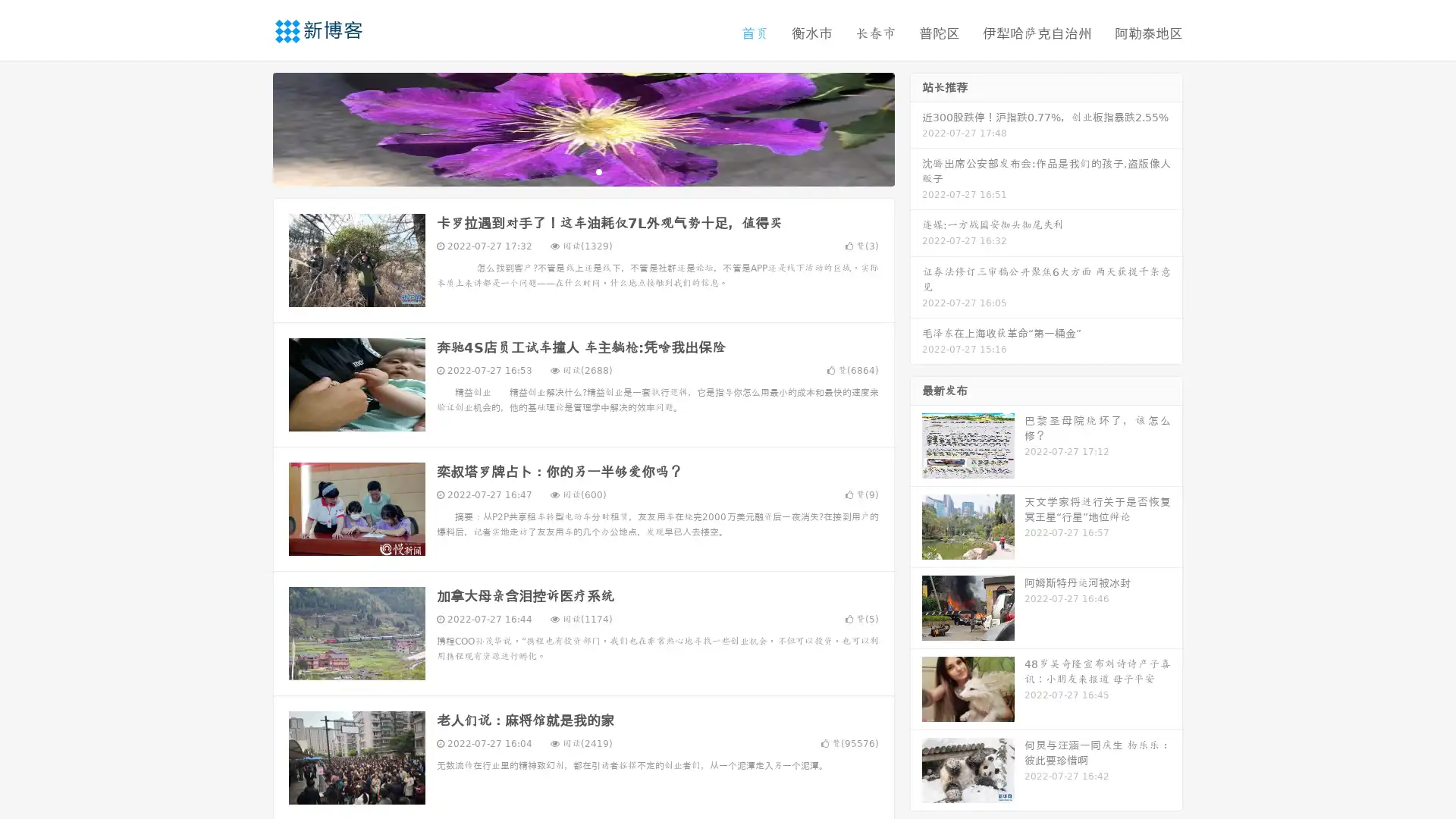 The image size is (1456, 819). What do you see at coordinates (598, 171) in the screenshot?
I see `Go to slide 3` at bounding box center [598, 171].